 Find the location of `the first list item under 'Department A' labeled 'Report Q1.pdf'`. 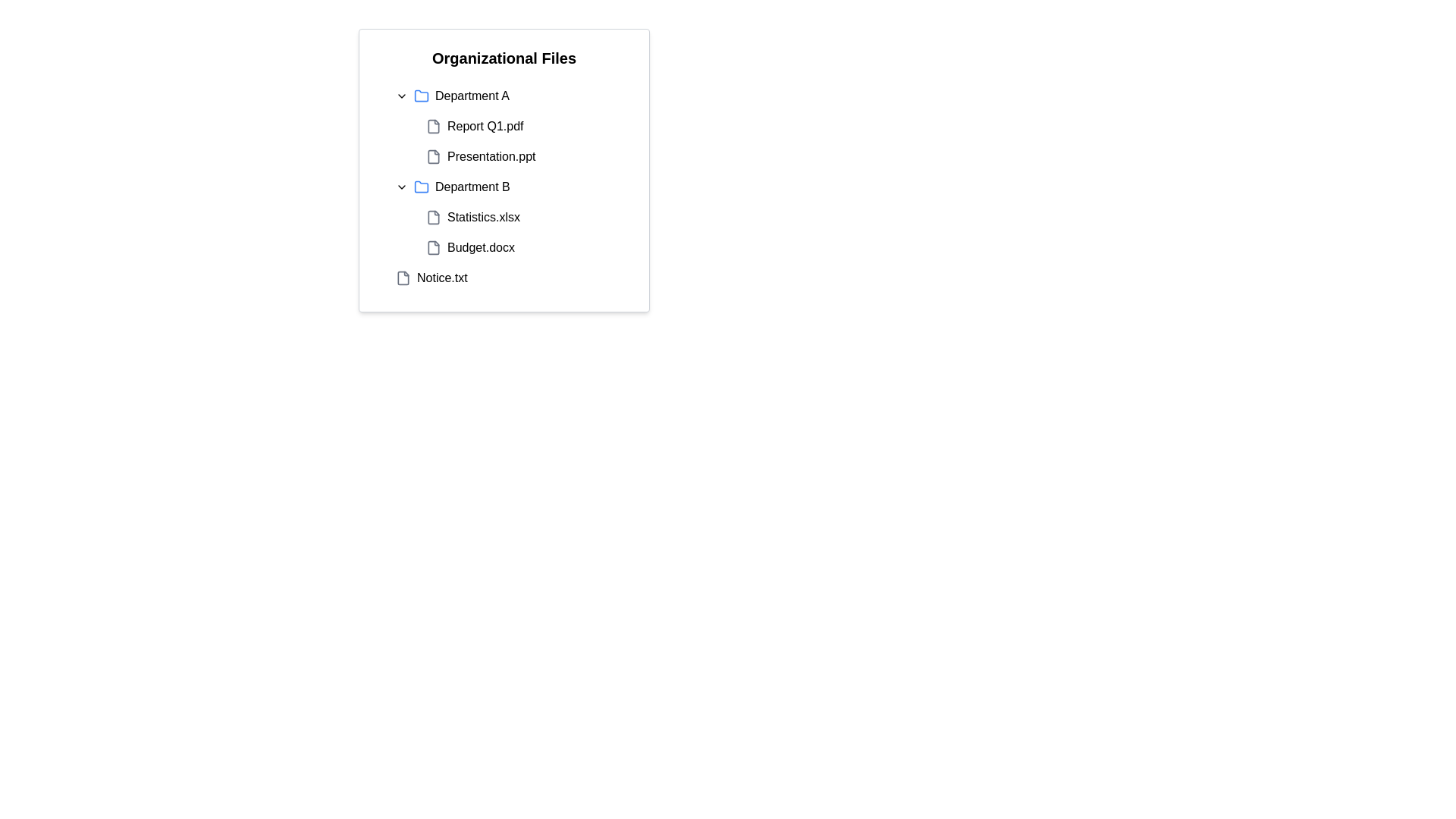

the first list item under 'Department A' labeled 'Report Q1.pdf' is located at coordinates (474, 125).